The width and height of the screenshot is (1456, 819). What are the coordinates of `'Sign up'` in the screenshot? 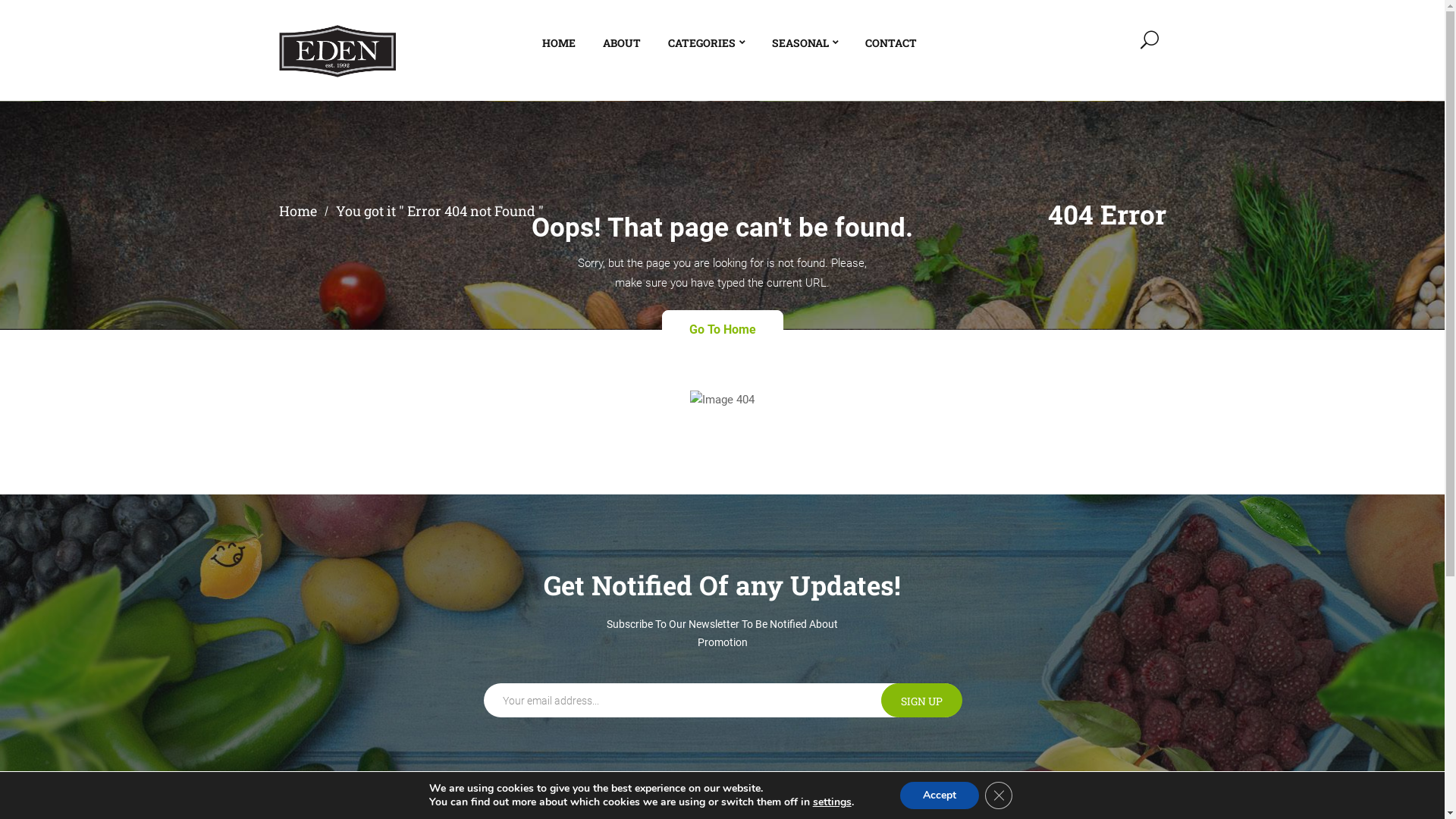 It's located at (921, 699).